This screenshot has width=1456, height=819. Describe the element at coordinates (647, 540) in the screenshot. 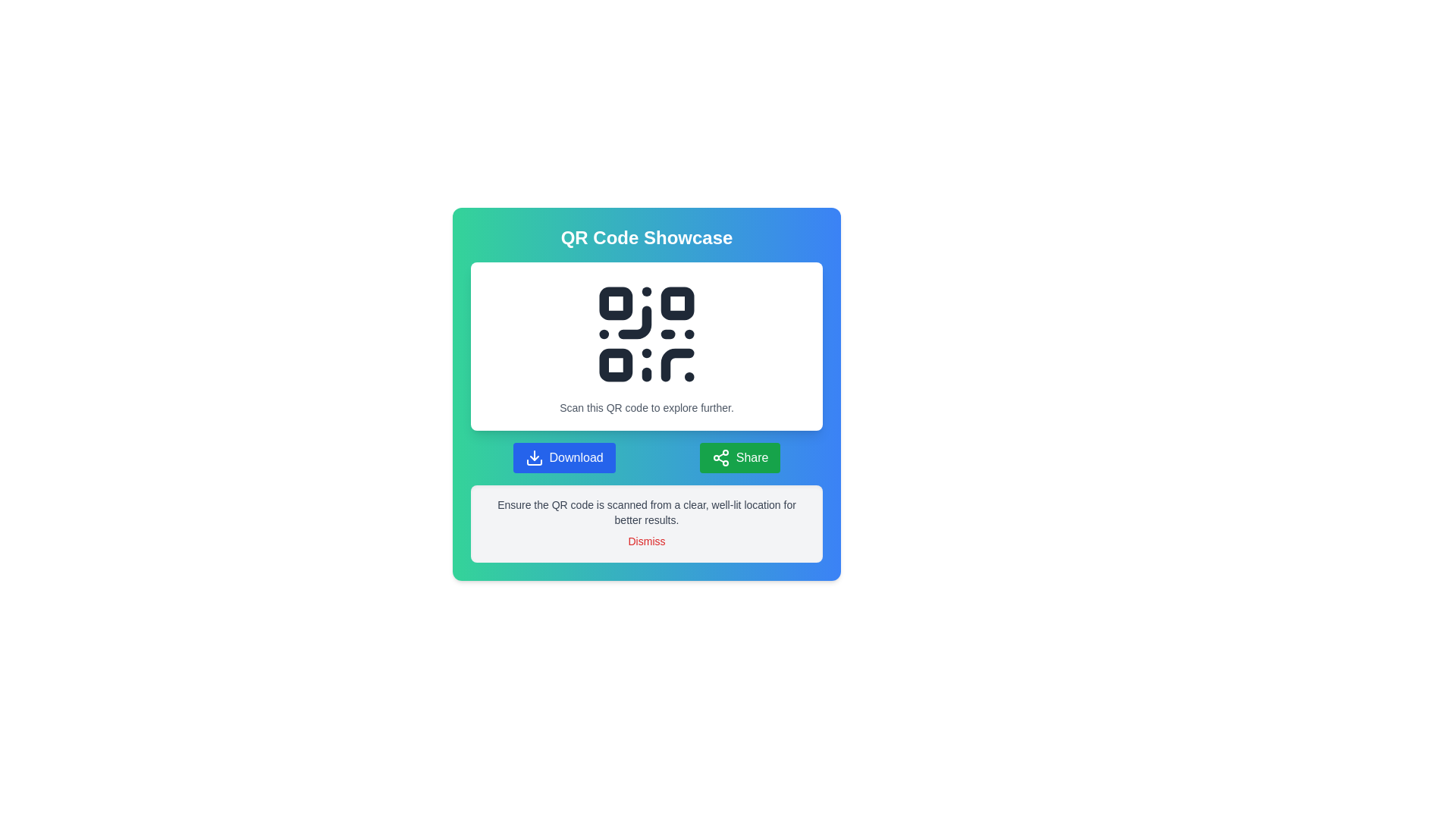

I see `the 'Dismiss' button, which is displayed in bold red text and located below a block of instructional text within a light-gray, rounded-corner box` at that location.